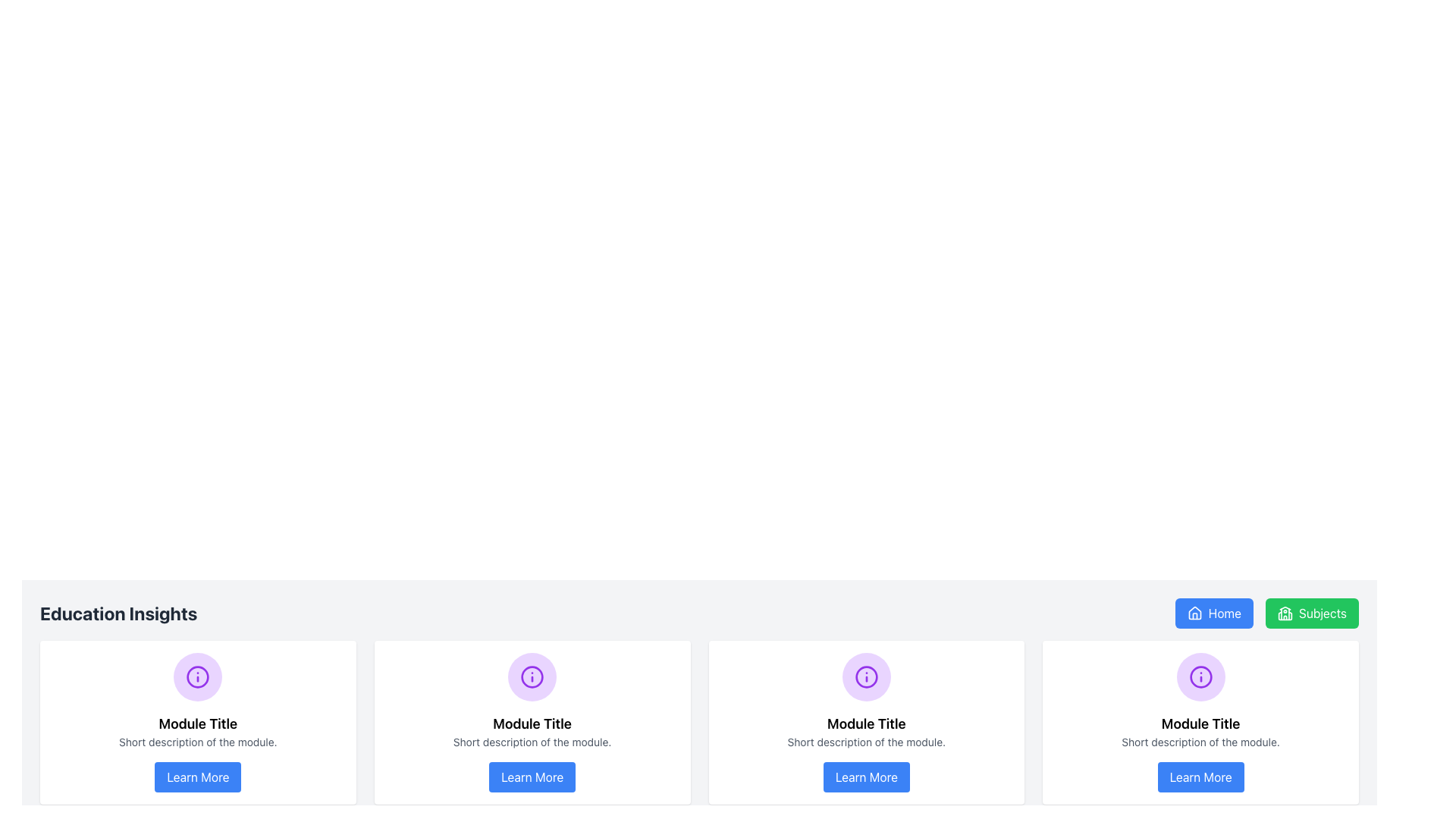 Image resolution: width=1456 pixels, height=819 pixels. What do you see at coordinates (1200, 723) in the screenshot?
I see `bolded text label saying 'Module Title' located in the fourth card from the left, which is centrally aligned under an icon and above a short description` at bounding box center [1200, 723].